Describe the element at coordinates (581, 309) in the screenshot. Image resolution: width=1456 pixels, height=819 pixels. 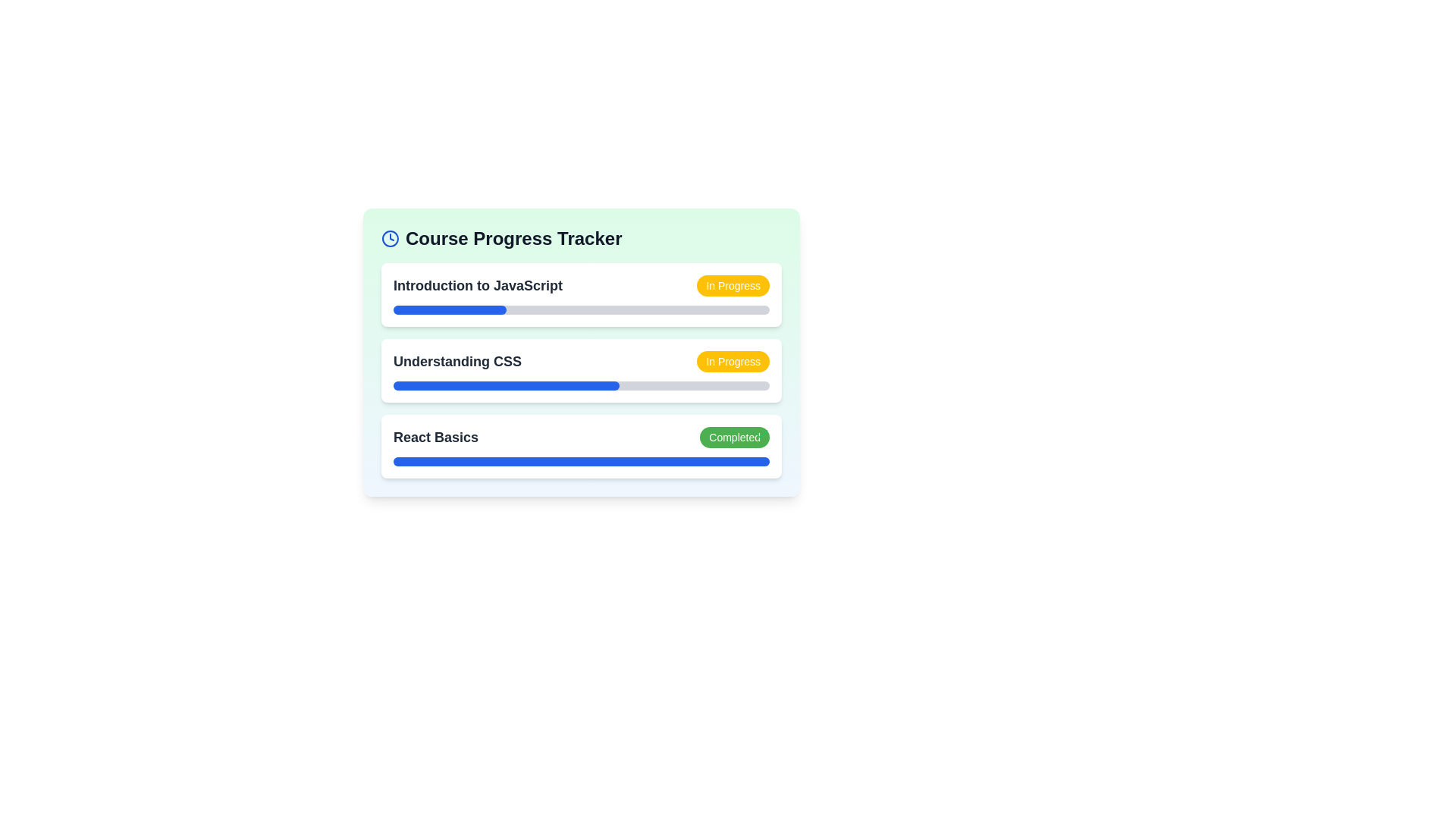
I see `the visual change in the progress bar located under the 'Course Progress Tracker' subsection titled 'Introduction to JavaScript', which has a gray background and a partially filled blue section representing 30% progress` at that location.